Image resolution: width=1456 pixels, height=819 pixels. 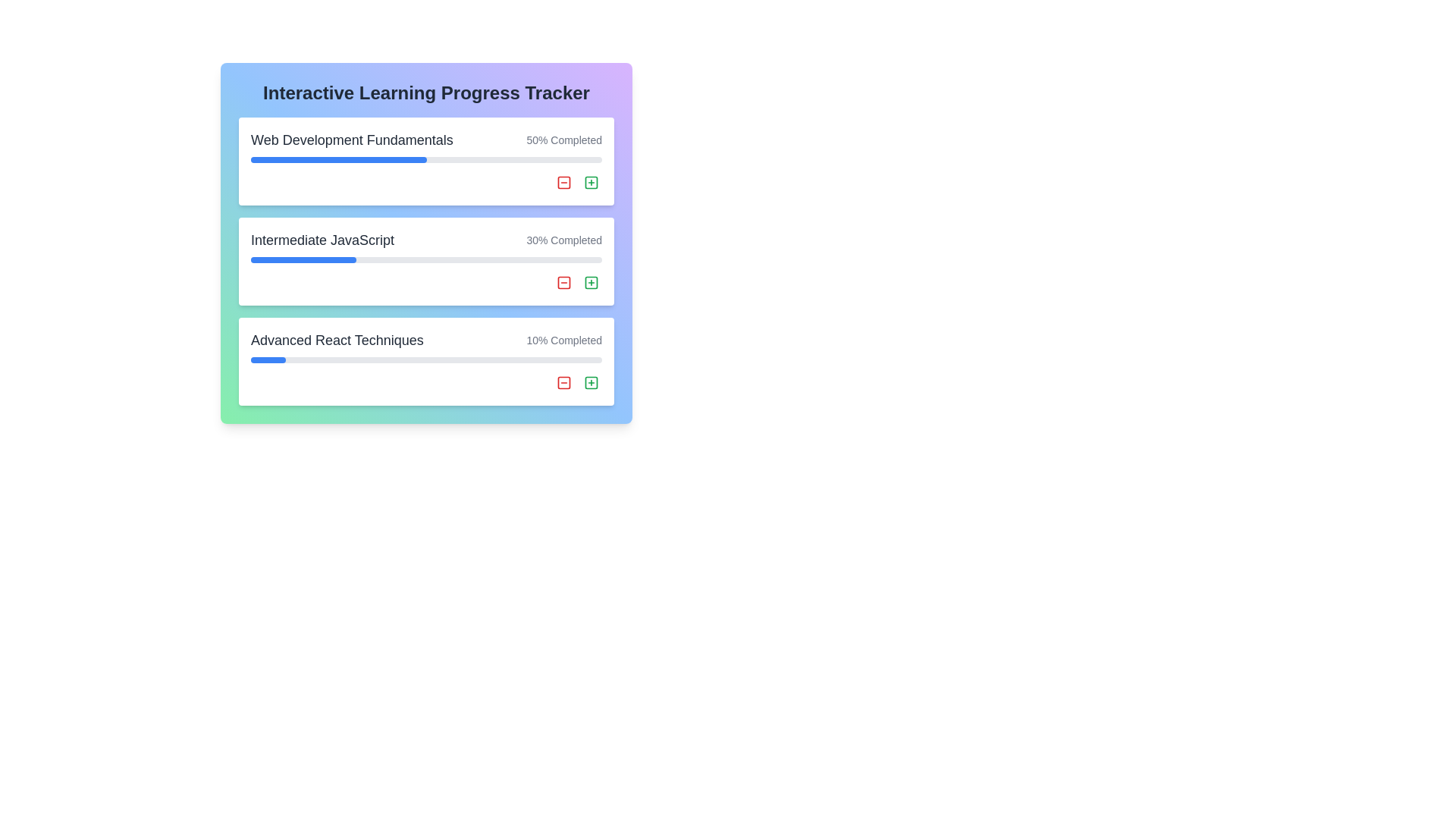 I want to click on the progress indicator representing 10% completion of the 'Advanced React Techniques' task in the horizontal progress bar, so click(x=268, y=359).